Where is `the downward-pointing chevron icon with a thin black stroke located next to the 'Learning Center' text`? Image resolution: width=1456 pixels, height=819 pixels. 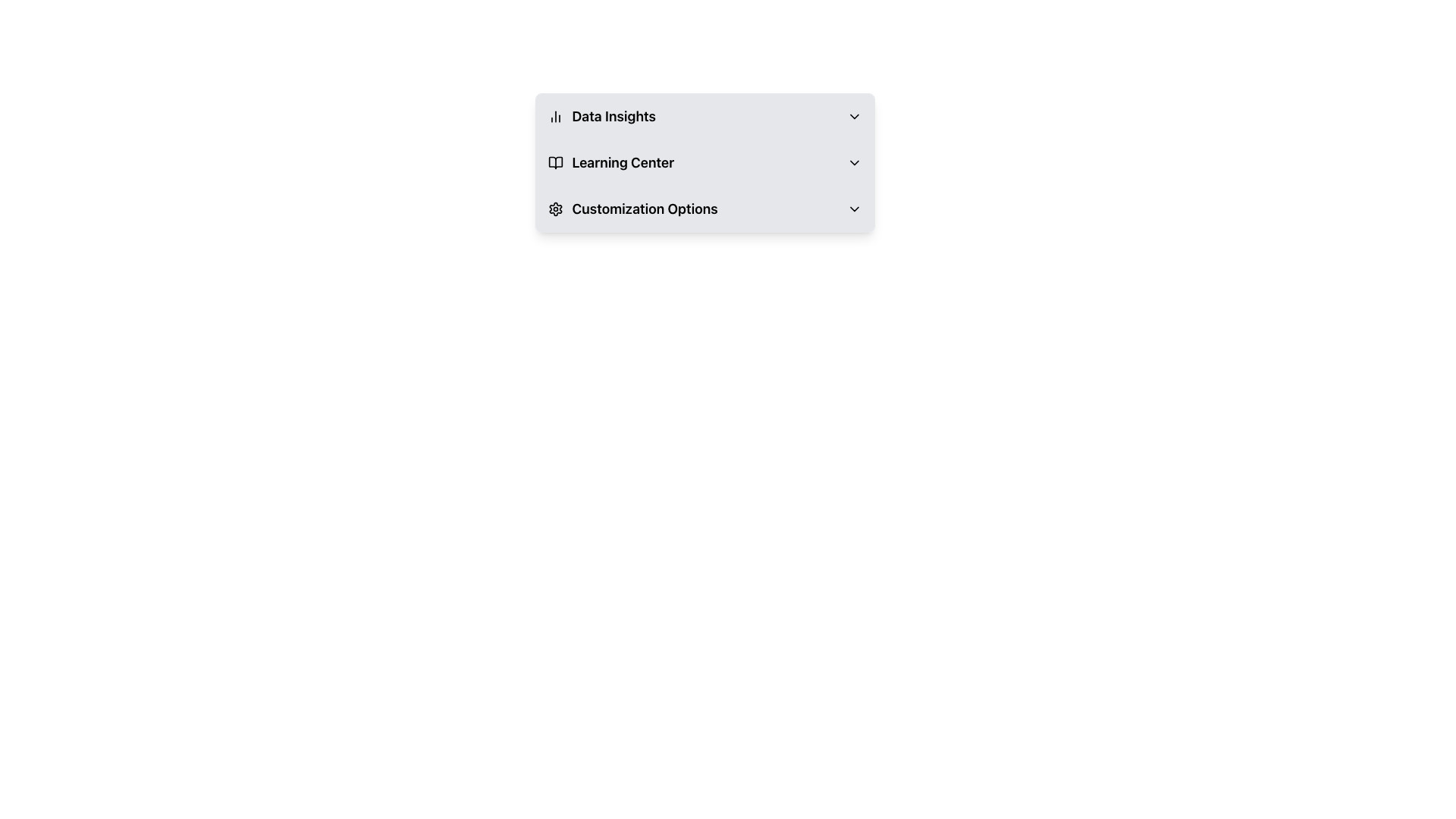 the downward-pointing chevron icon with a thin black stroke located next to the 'Learning Center' text is located at coordinates (854, 163).